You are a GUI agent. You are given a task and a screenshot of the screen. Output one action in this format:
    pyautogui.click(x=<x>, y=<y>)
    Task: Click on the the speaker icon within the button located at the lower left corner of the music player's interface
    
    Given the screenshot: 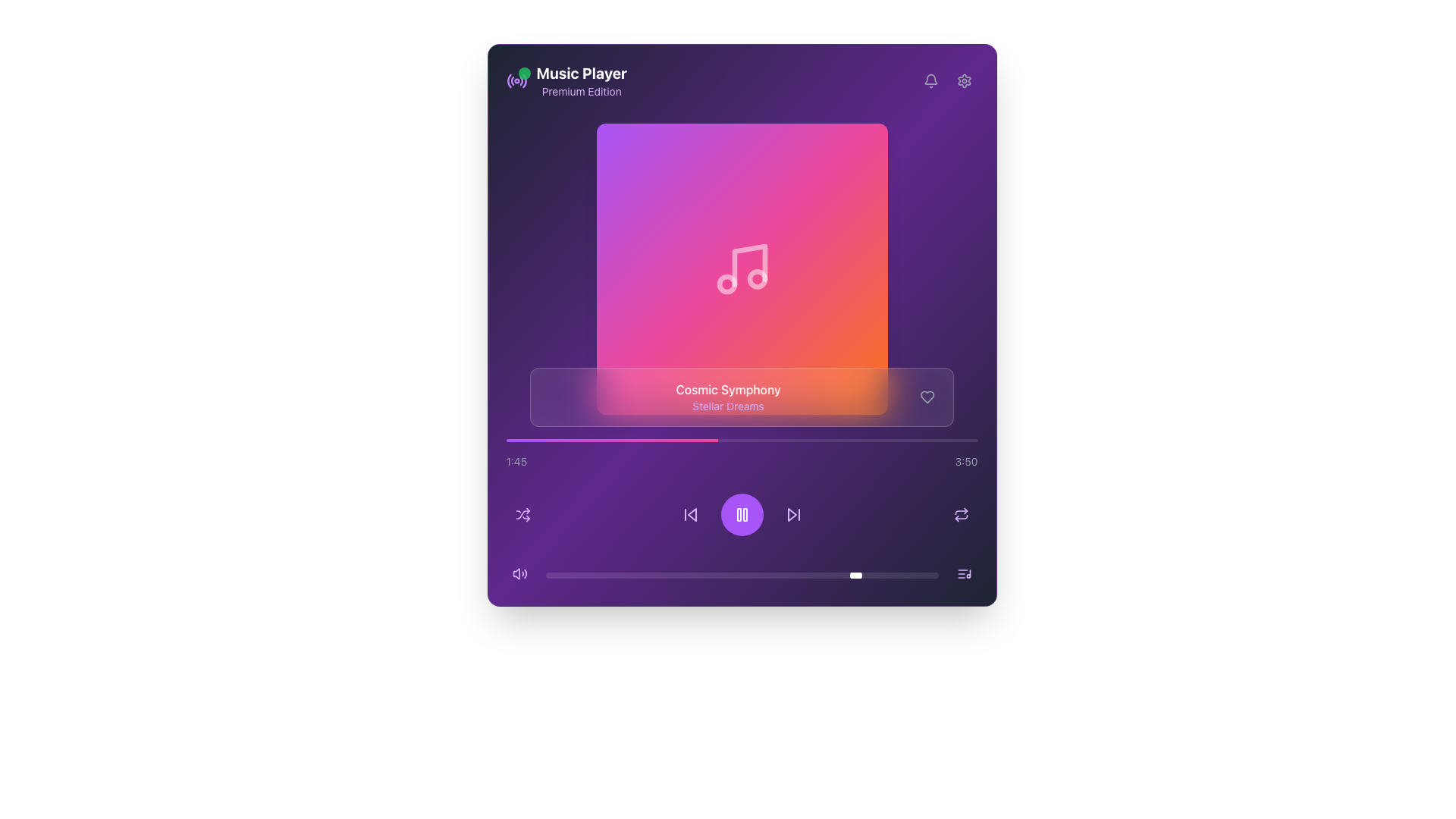 What is the action you would take?
    pyautogui.click(x=519, y=573)
    